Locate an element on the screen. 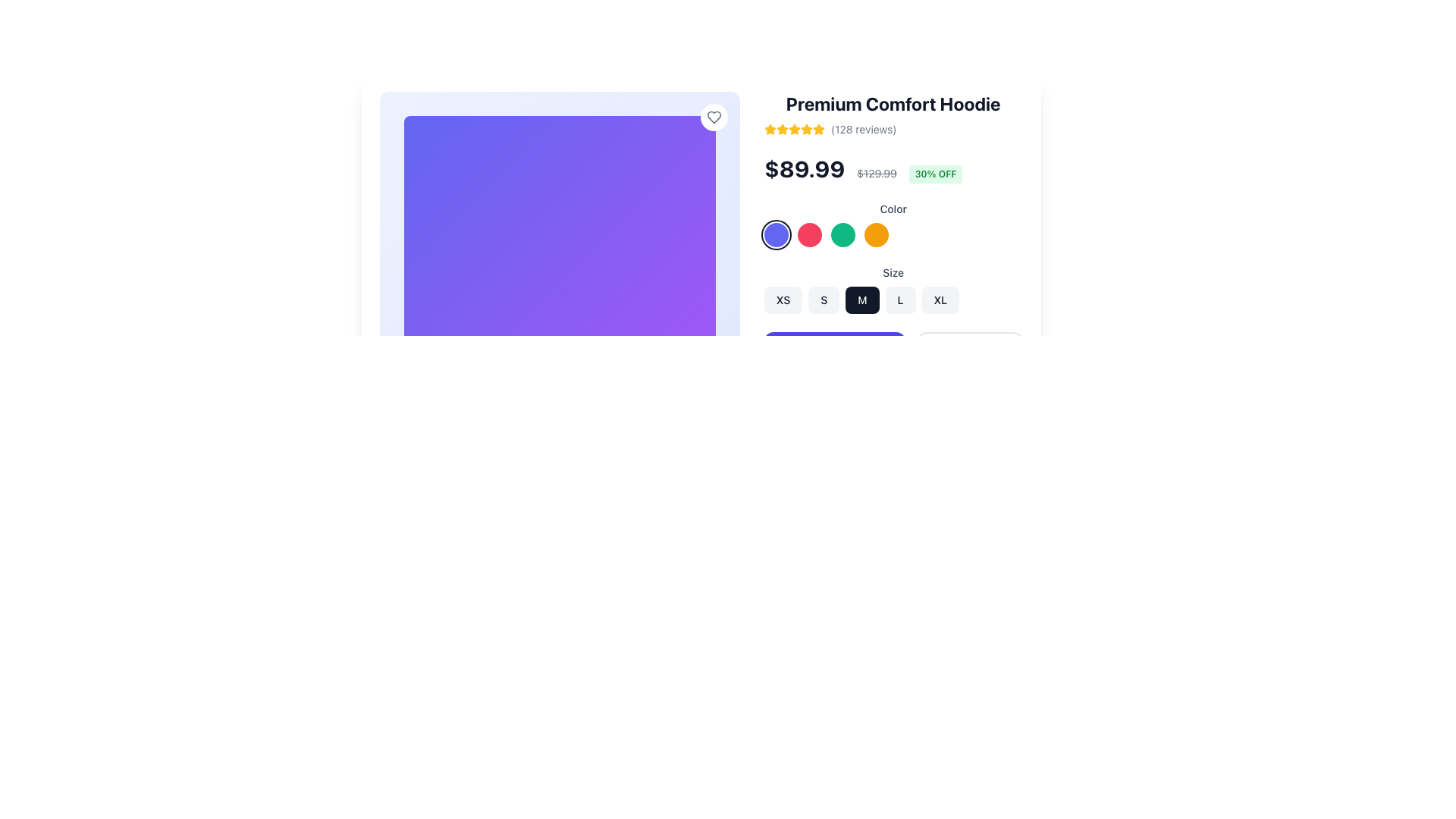  the fourth star icon, which is a yellow star located adjacent to the product title 'Premium Comfort Hoodie' and above the review count '(128 reviews)' is located at coordinates (805, 128).